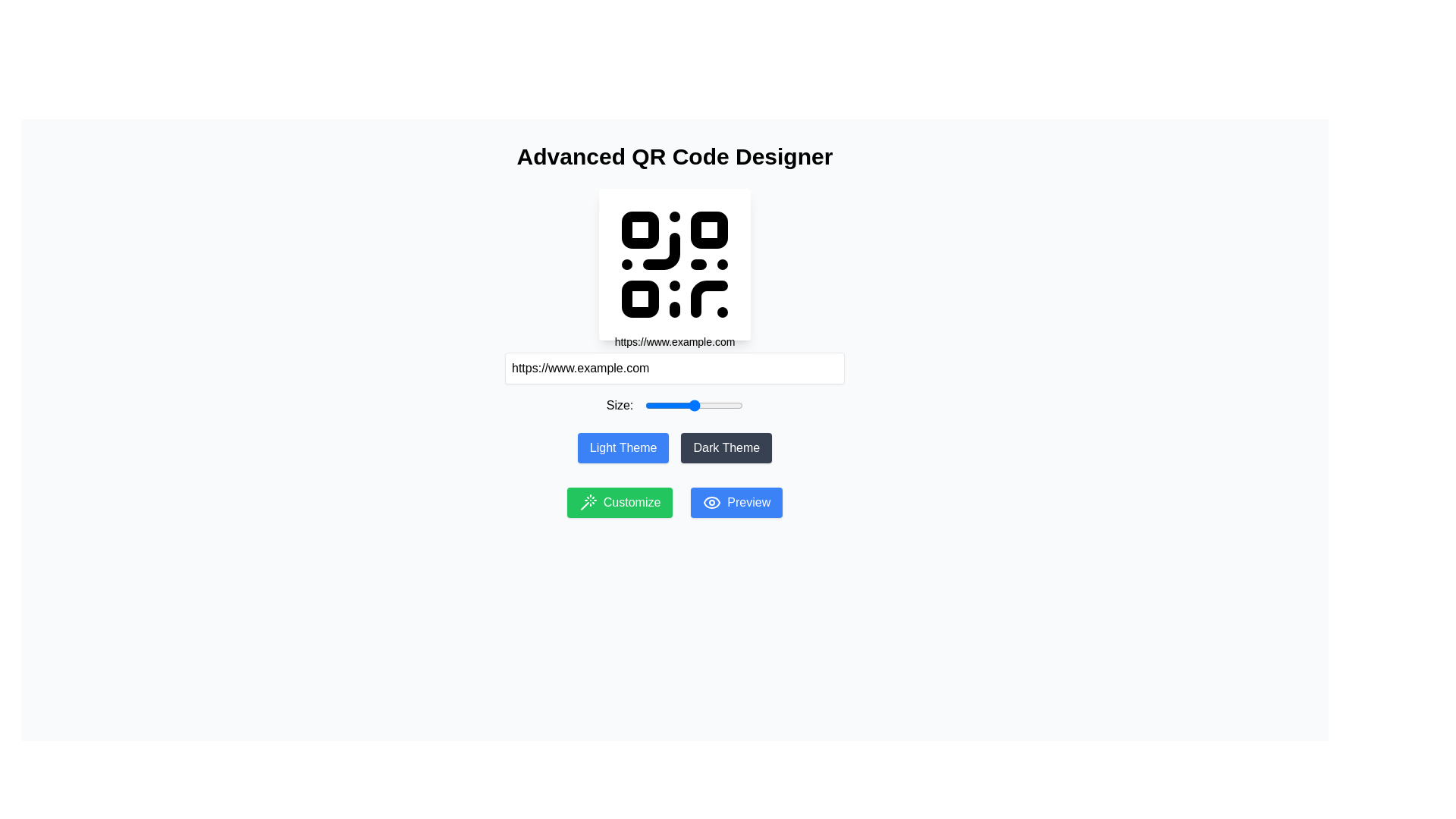  I want to click on the customizable operation trigger button located near the bottom left of the interface, so click(587, 503).